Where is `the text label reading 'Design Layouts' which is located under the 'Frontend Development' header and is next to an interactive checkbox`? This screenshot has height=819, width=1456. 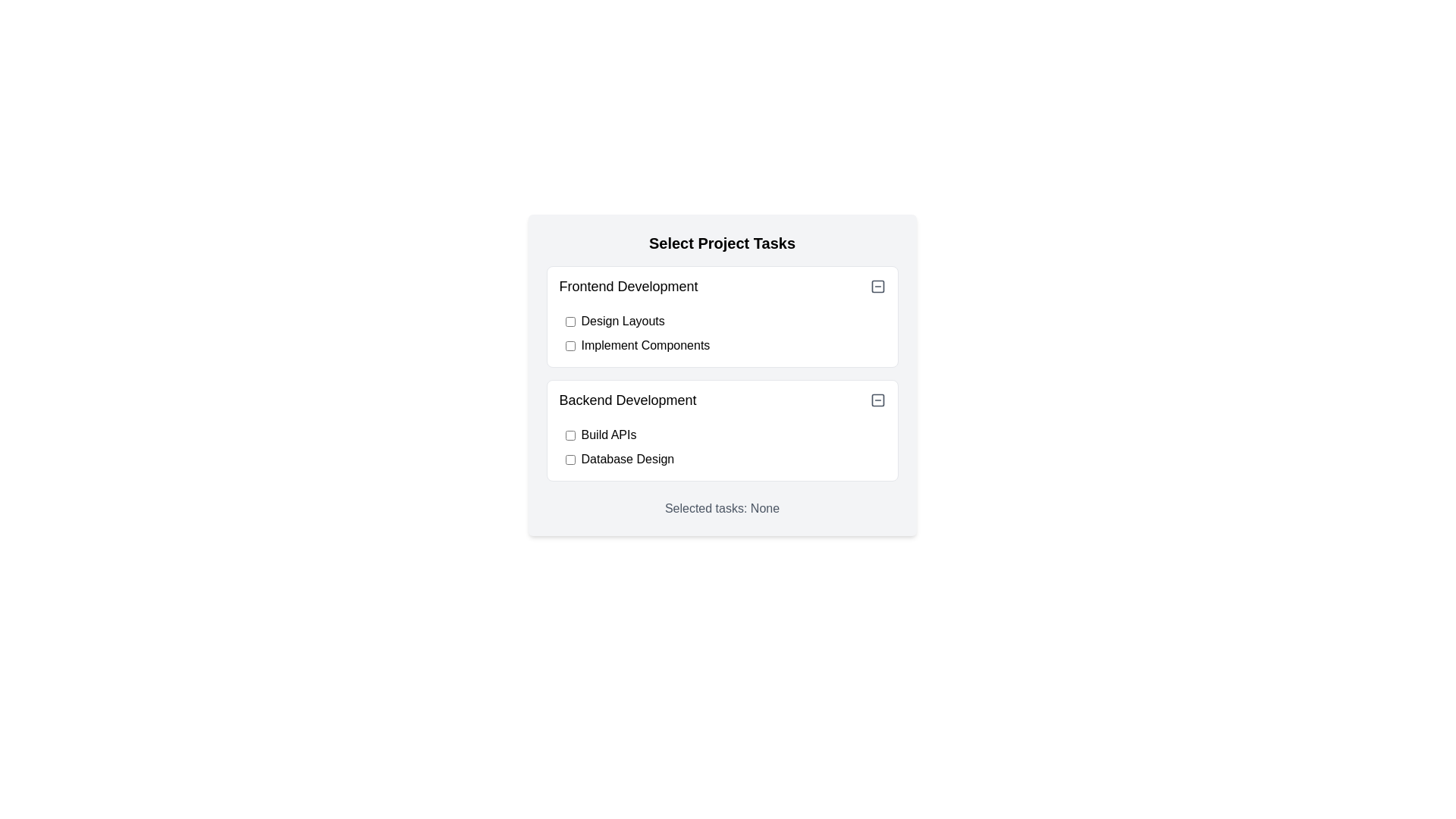 the text label reading 'Design Layouts' which is located under the 'Frontend Development' header and is next to an interactive checkbox is located at coordinates (623, 321).